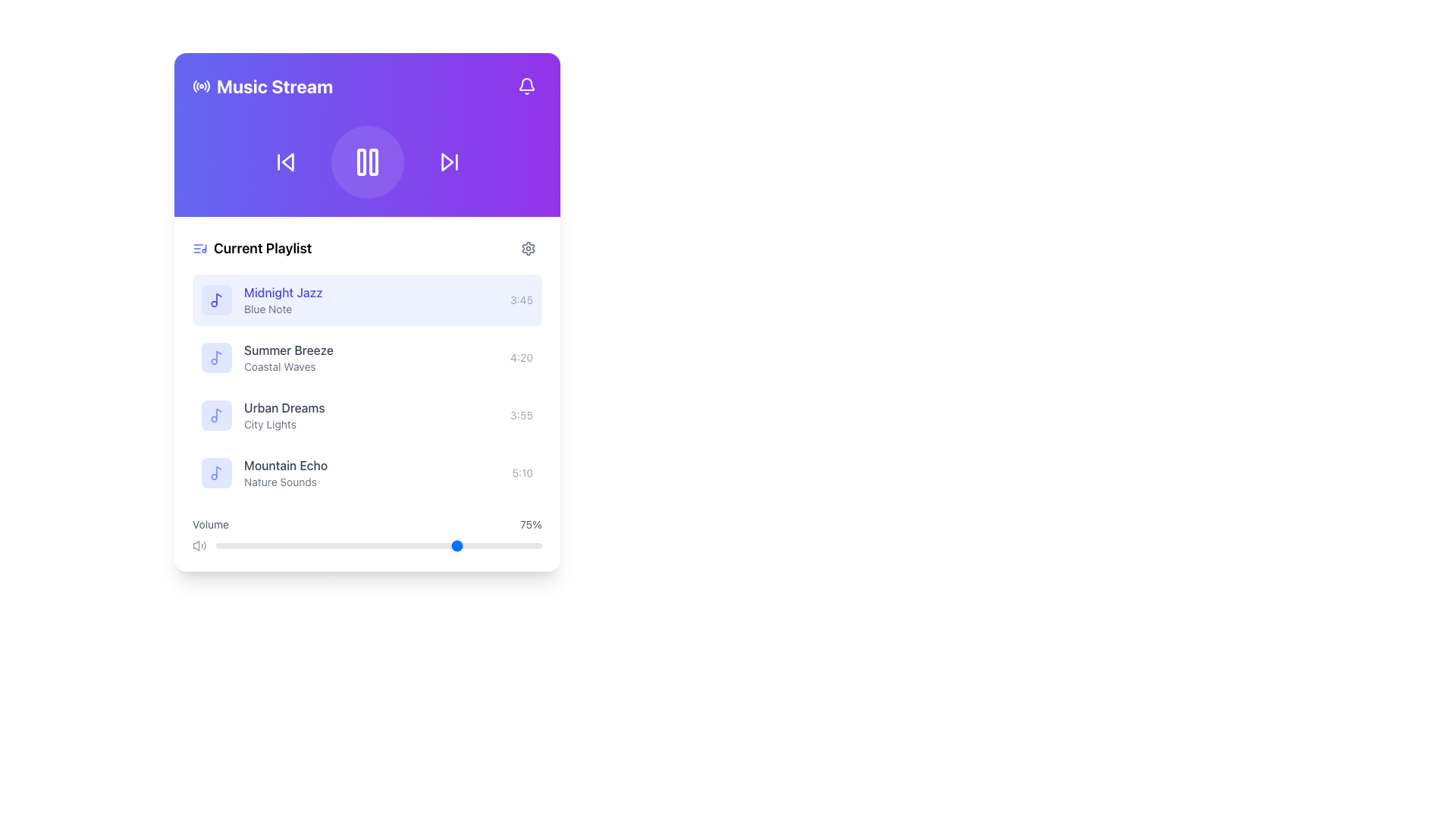 The width and height of the screenshot is (1456, 819). I want to click on the circular button with a left-pointing arrow icon, so click(285, 162).